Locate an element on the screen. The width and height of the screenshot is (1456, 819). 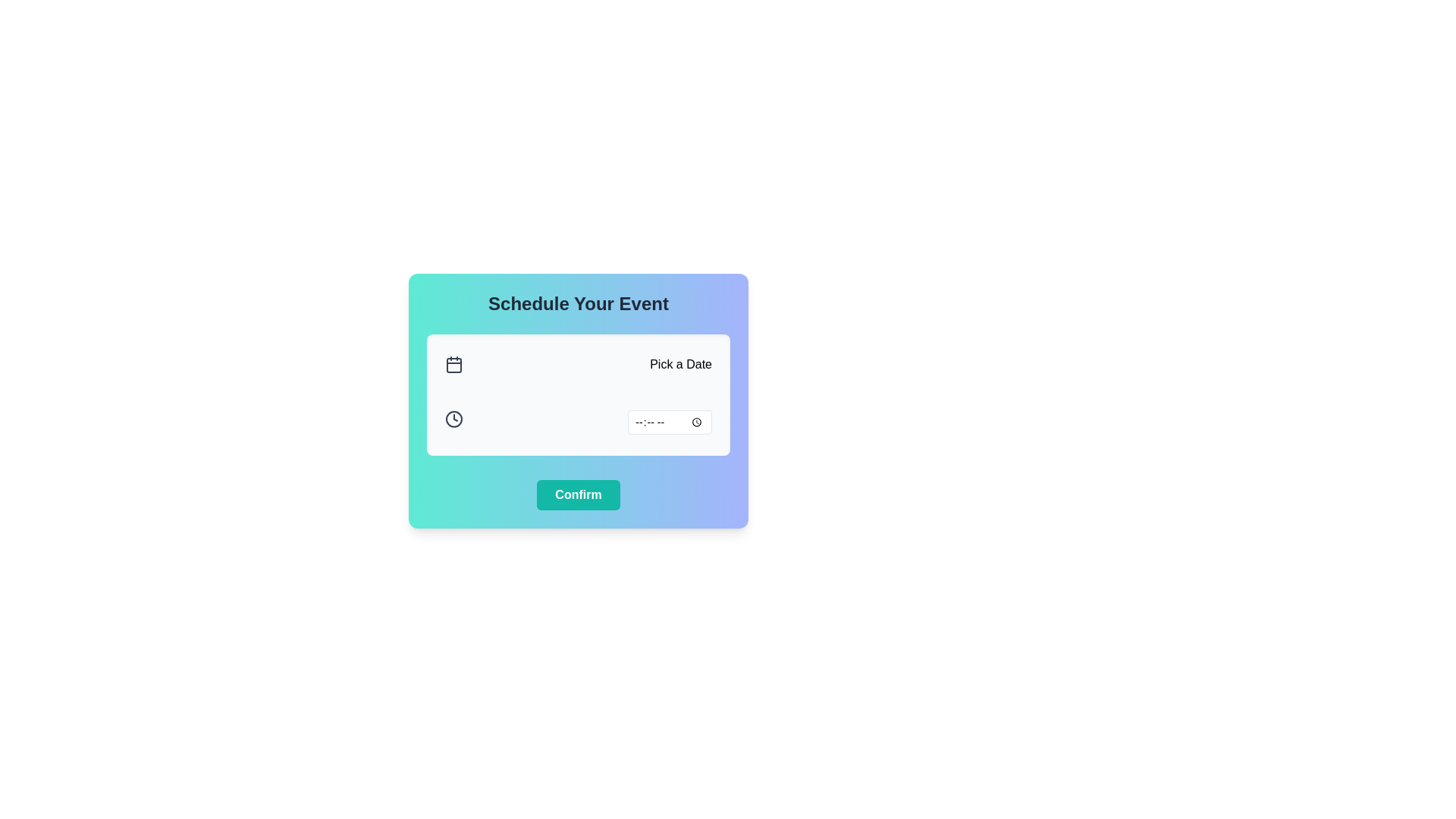
the center circle of the clock icon located in the lower-left portion of the card-like layout is located at coordinates (453, 419).